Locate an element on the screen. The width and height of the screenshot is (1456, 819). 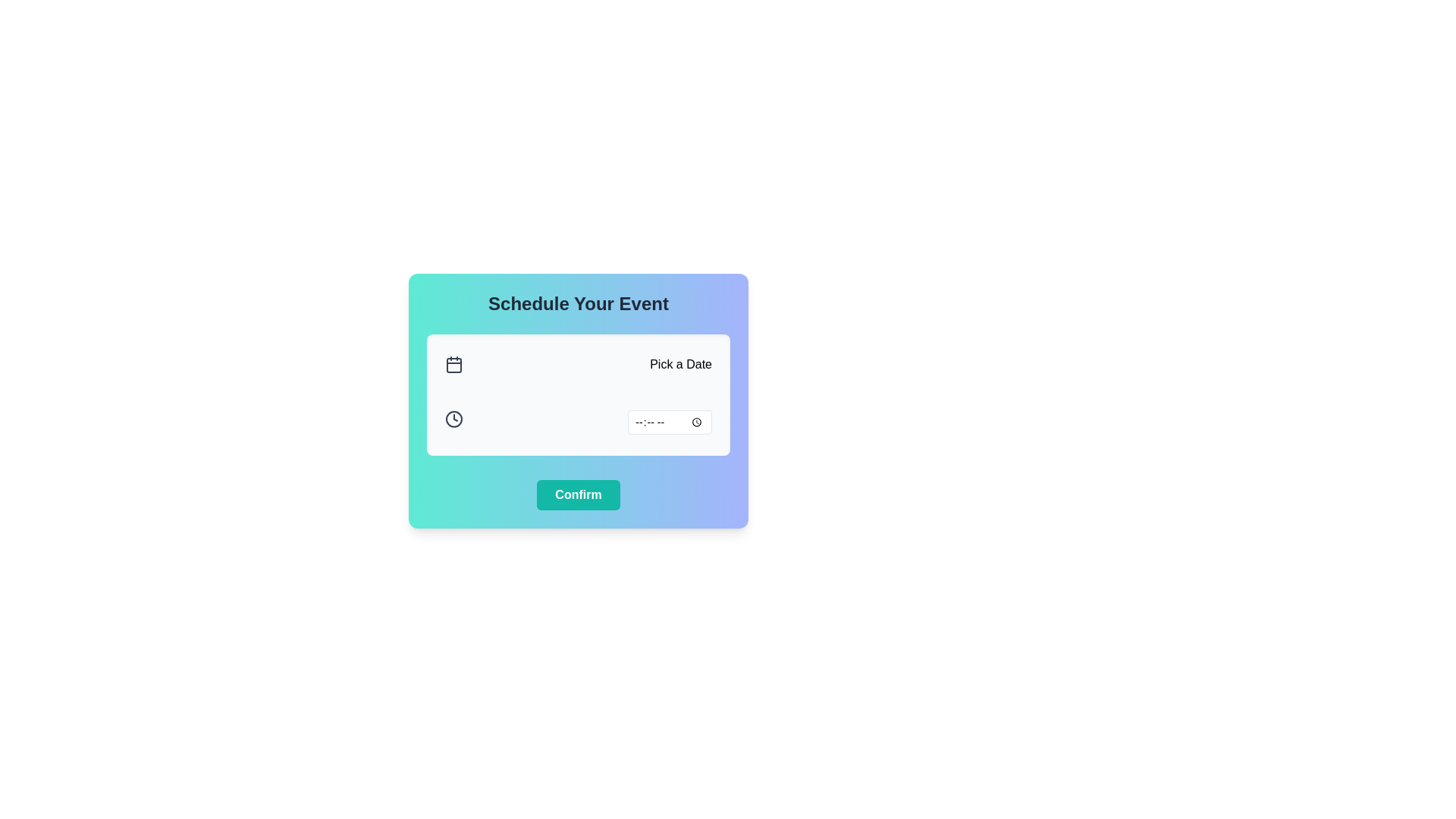
the center circle of the clock icon located in the lower-left portion of the card-like layout is located at coordinates (453, 419).